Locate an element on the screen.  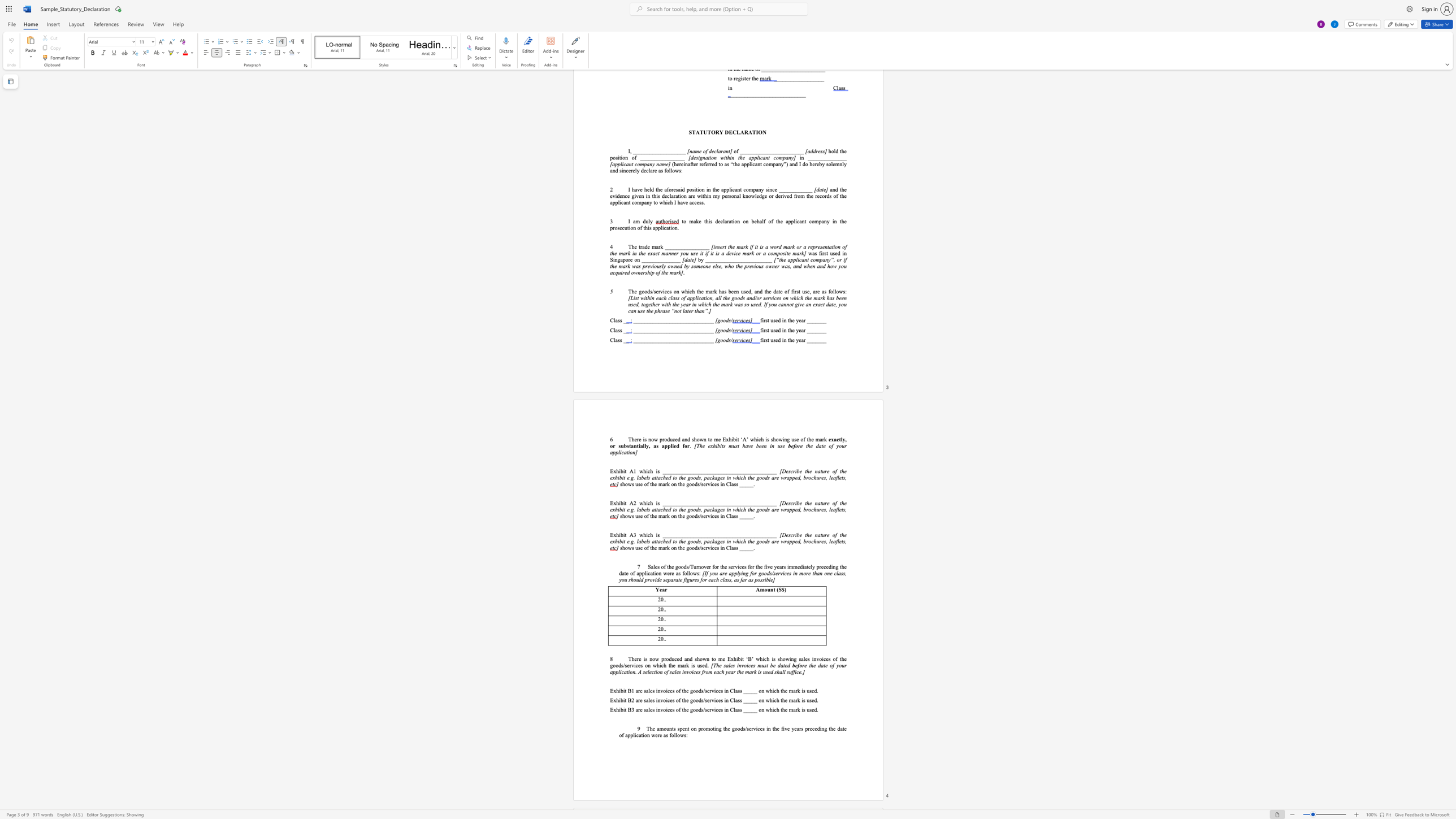
the subset text "le" within the text "labels attached to the goods, packages in which the goods are wrapped, brochures, leaflets," is located at coordinates (828, 540).